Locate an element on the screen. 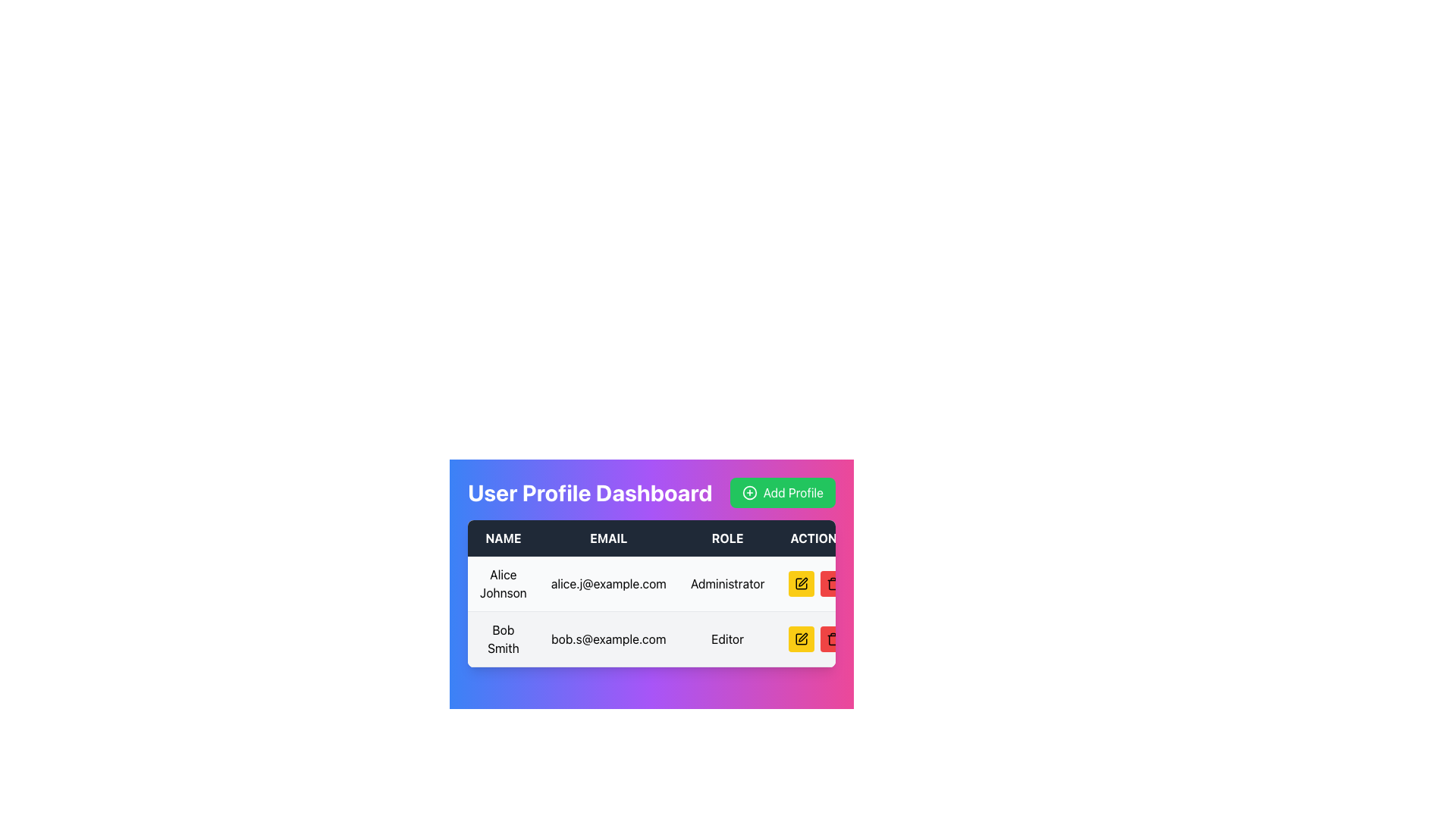  the trash bin icon located in the last row of the user table is located at coordinates (833, 640).